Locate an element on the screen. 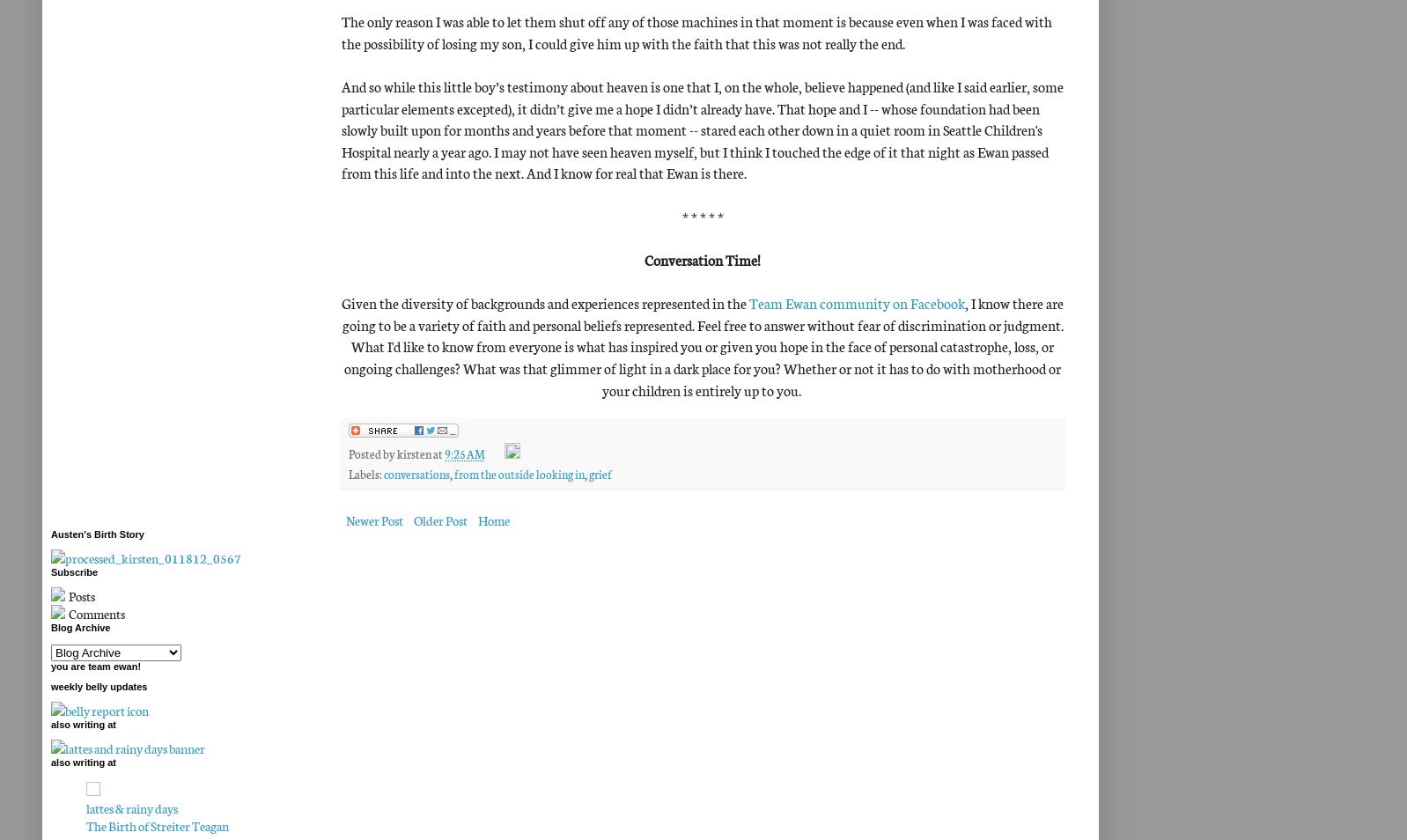  'The only reason I was able to let them shut off any of those machines in that moment is because even when I was faced with the possibility of losing my son, I could give him up with the faith that this was not really the end.' is located at coordinates (696, 30).